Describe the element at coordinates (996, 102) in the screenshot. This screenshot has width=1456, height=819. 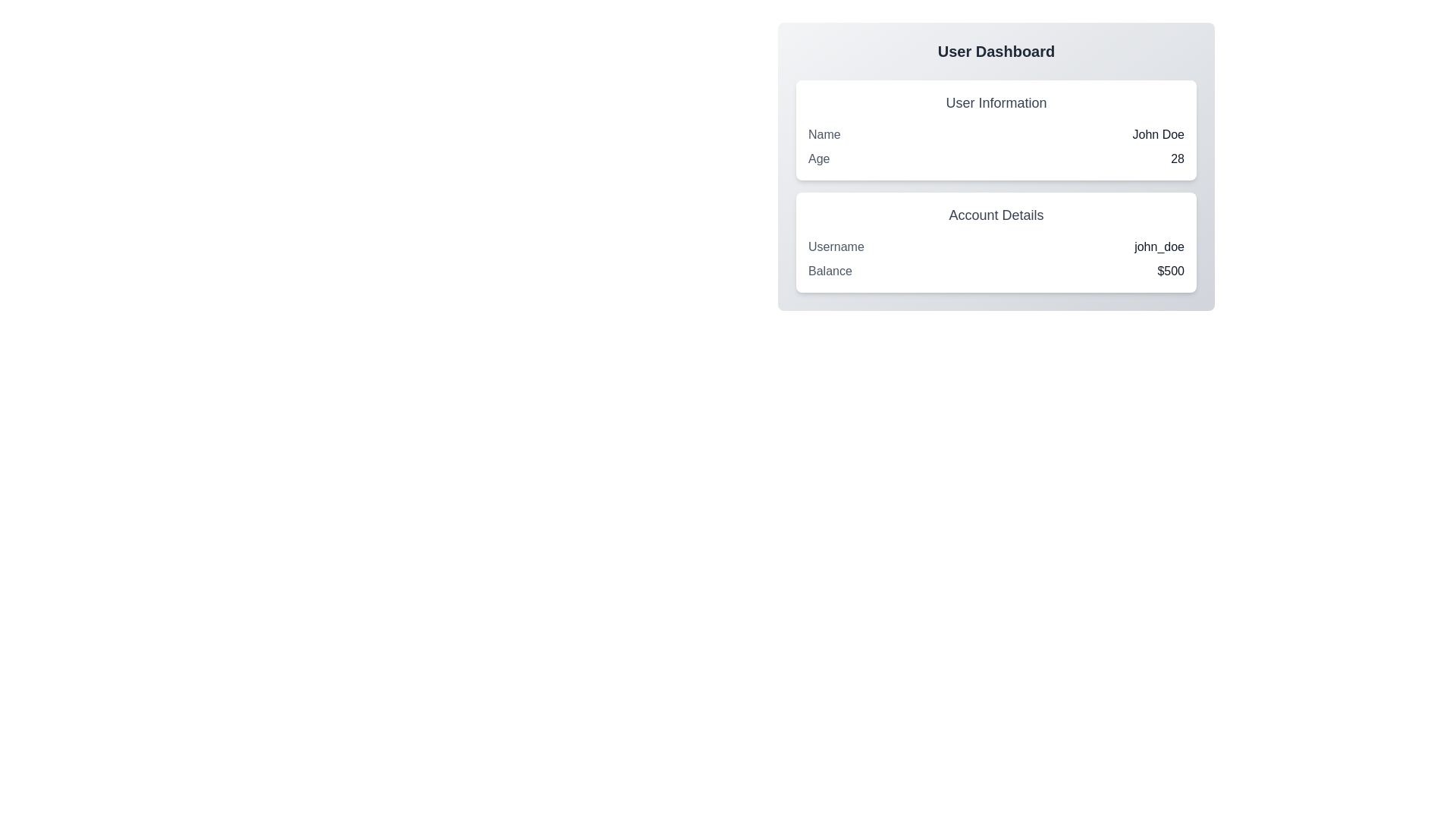
I see `the text label that reads 'User Information', which is styled in medium-sized grayish font and positioned centrally at the top of its section` at that location.